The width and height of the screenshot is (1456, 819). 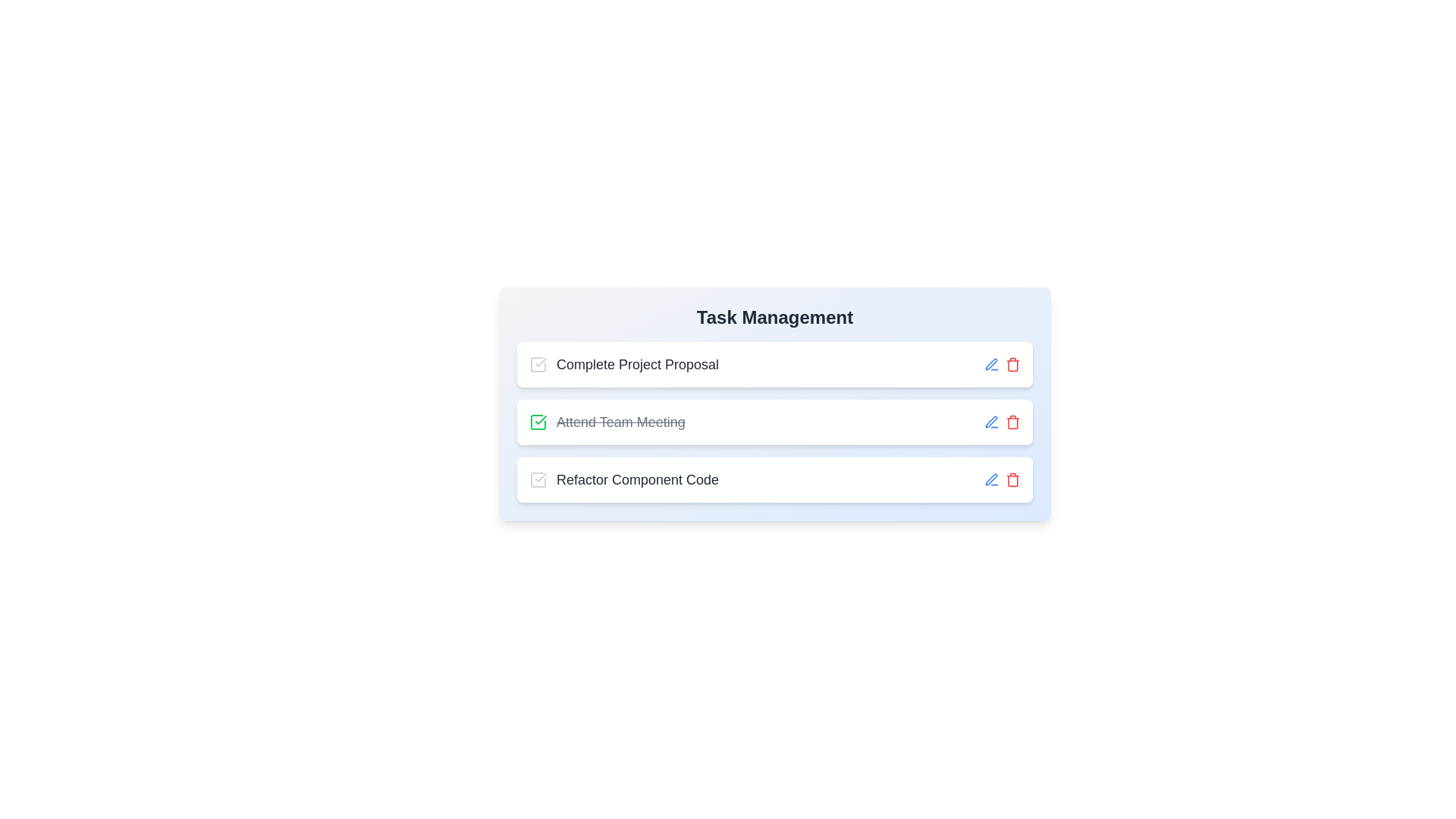 What do you see at coordinates (1012, 422) in the screenshot?
I see `the small red trash icon representing the delete action located to the far right of the row labeled 'Attend Team Meeting'` at bounding box center [1012, 422].